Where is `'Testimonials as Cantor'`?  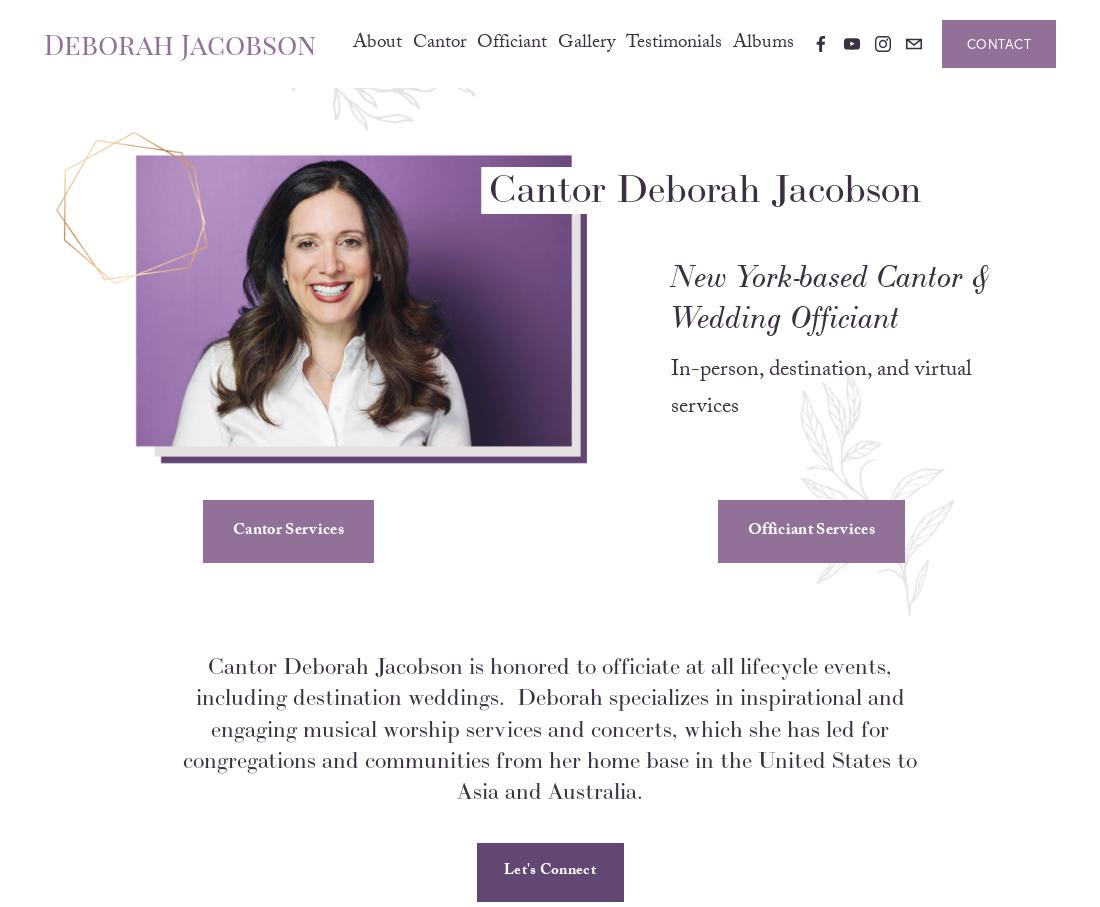 'Testimonials as Cantor' is located at coordinates (634, 125).